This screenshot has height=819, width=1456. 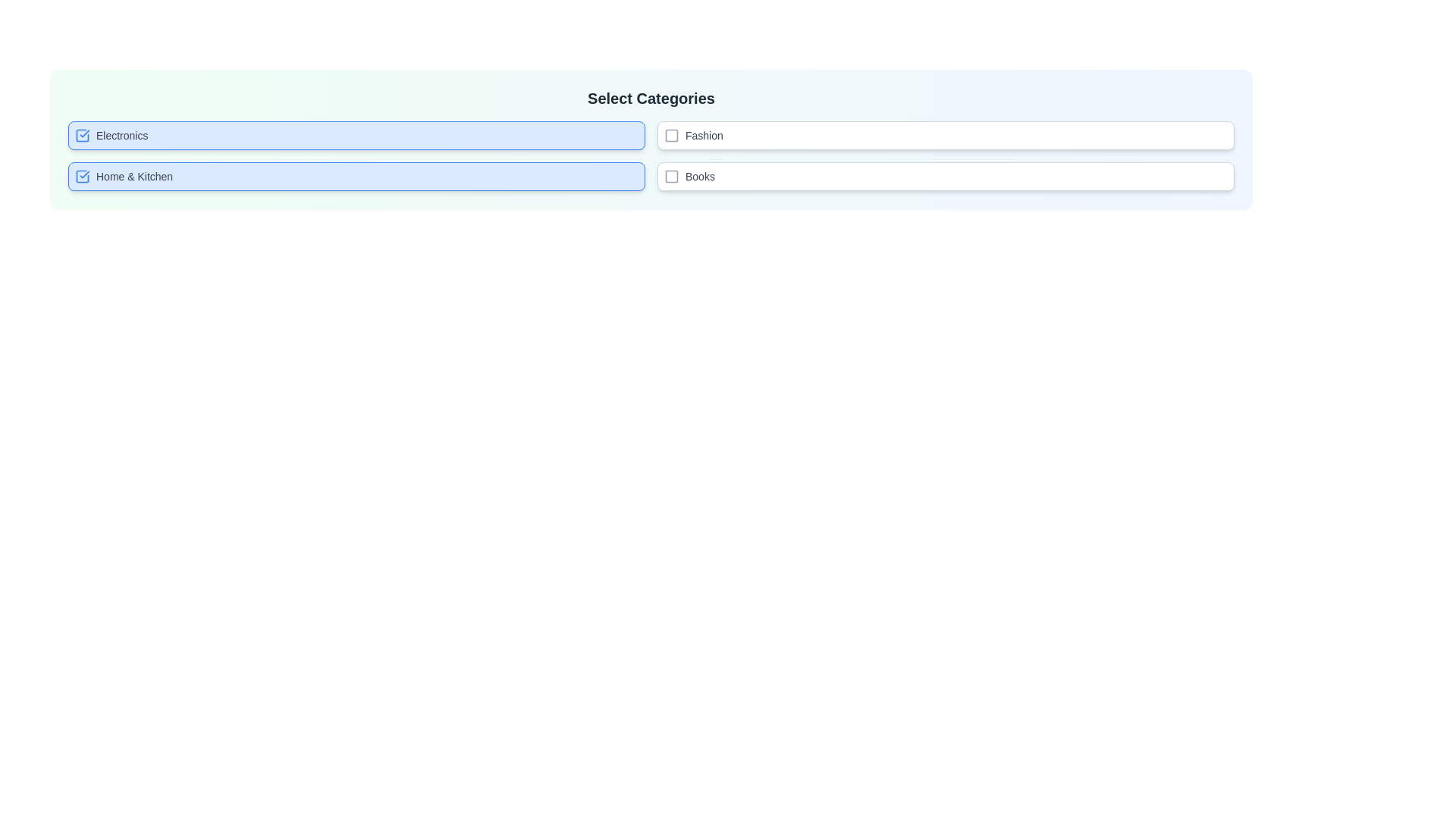 What do you see at coordinates (356, 175) in the screenshot?
I see `the 'Home & Kitchen' selectable category button to focus on it` at bounding box center [356, 175].